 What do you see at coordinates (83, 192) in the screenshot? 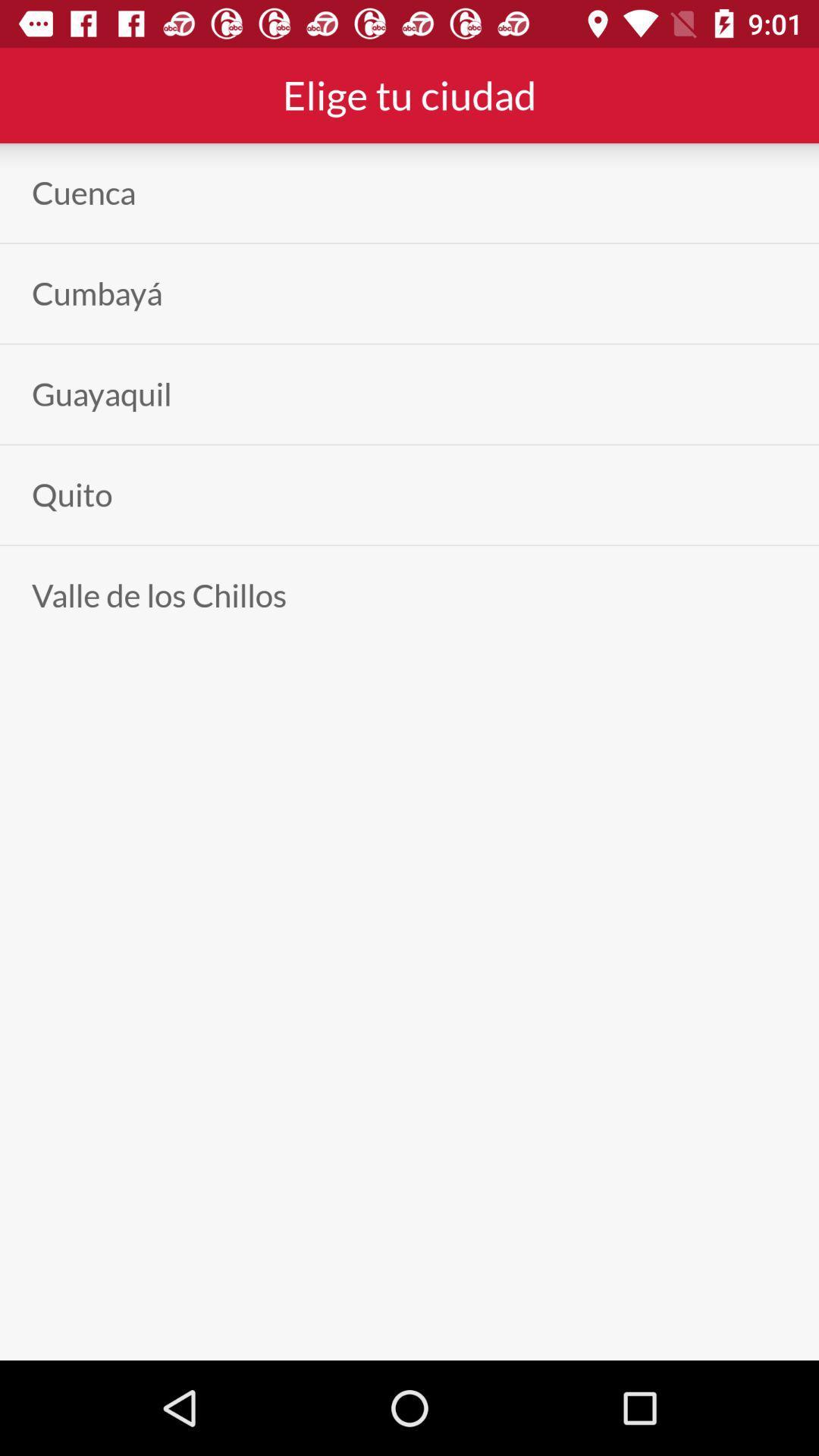
I see `the cuenca app` at bounding box center [83, 192].